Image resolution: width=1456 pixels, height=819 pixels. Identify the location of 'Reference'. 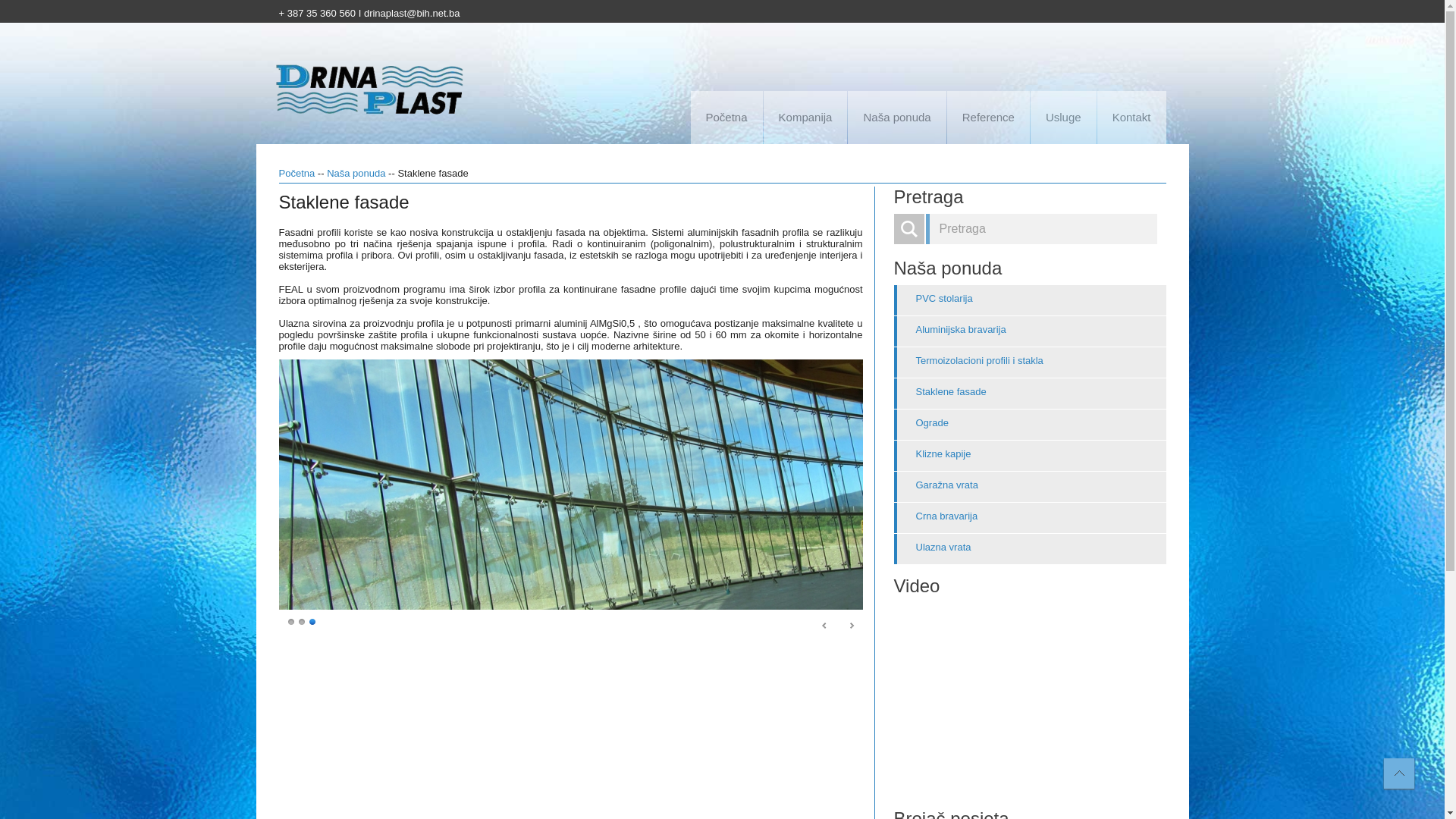
(946, 116).